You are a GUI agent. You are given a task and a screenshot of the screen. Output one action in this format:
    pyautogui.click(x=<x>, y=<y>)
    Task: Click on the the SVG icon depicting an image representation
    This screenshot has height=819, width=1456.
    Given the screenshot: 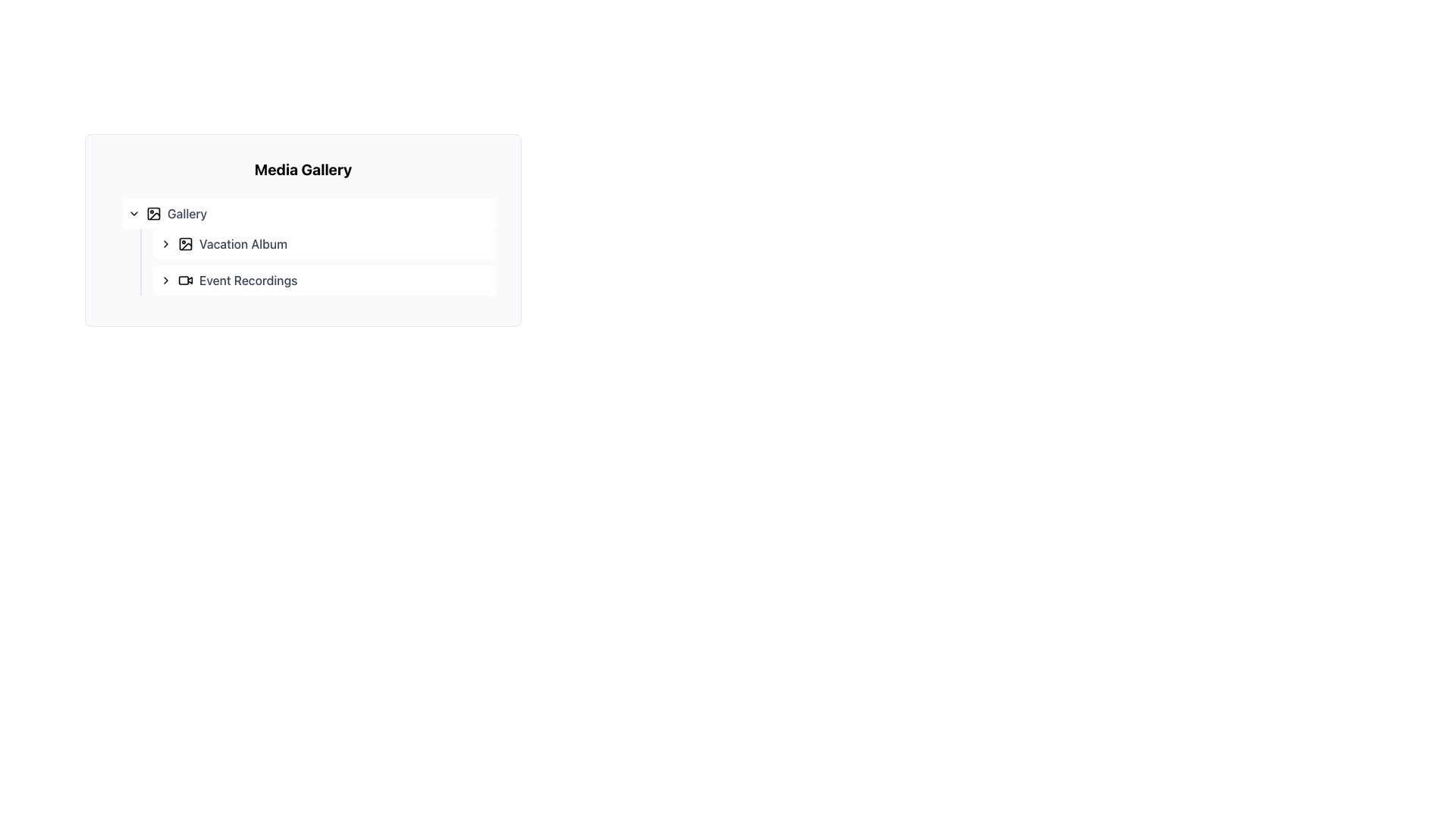 What is the action you would take?
    pyautogui.click(x=153, y=213)
    